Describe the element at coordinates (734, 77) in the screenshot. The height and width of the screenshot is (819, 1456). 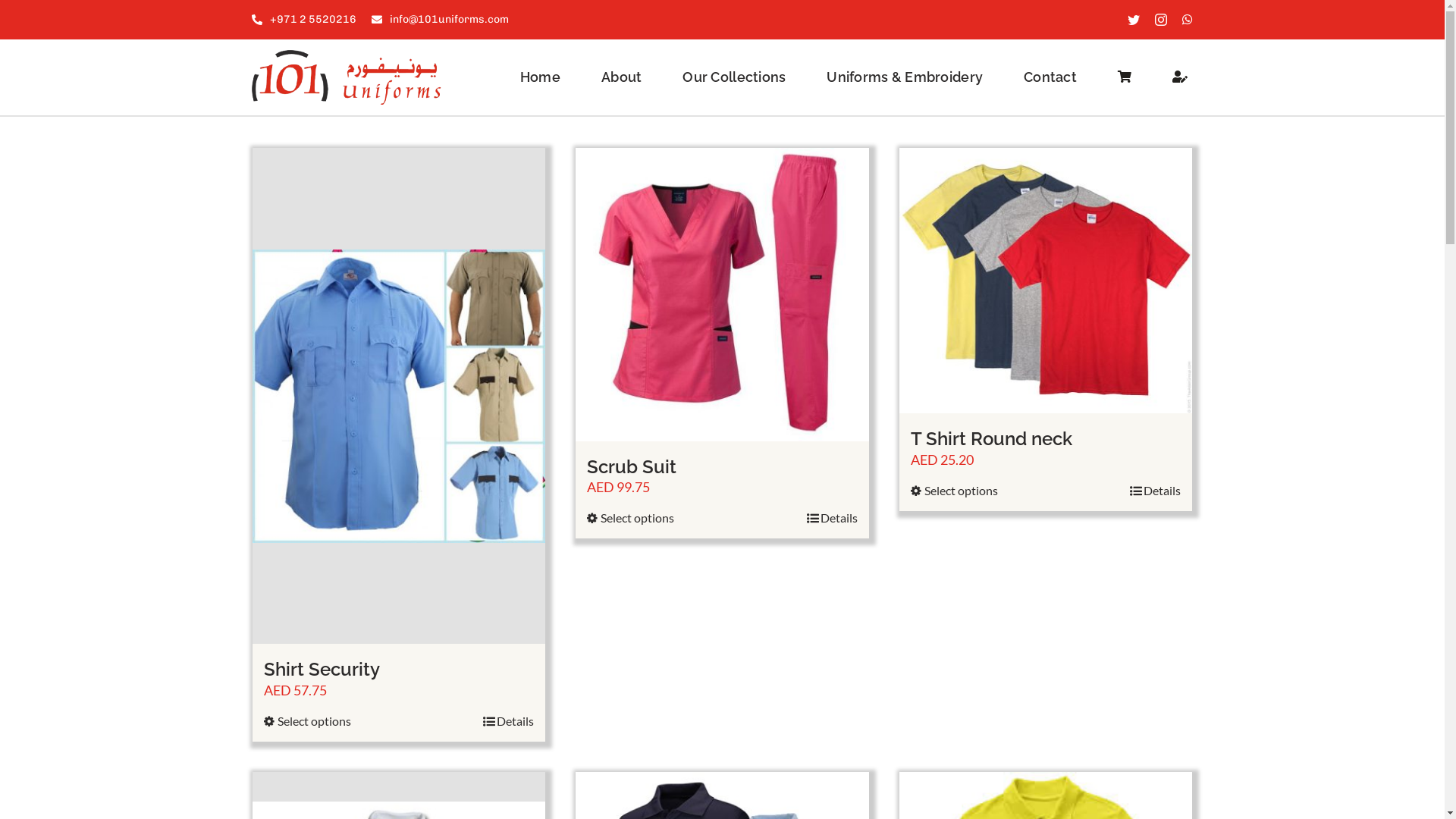
I see `'Our Collections'` at that location.